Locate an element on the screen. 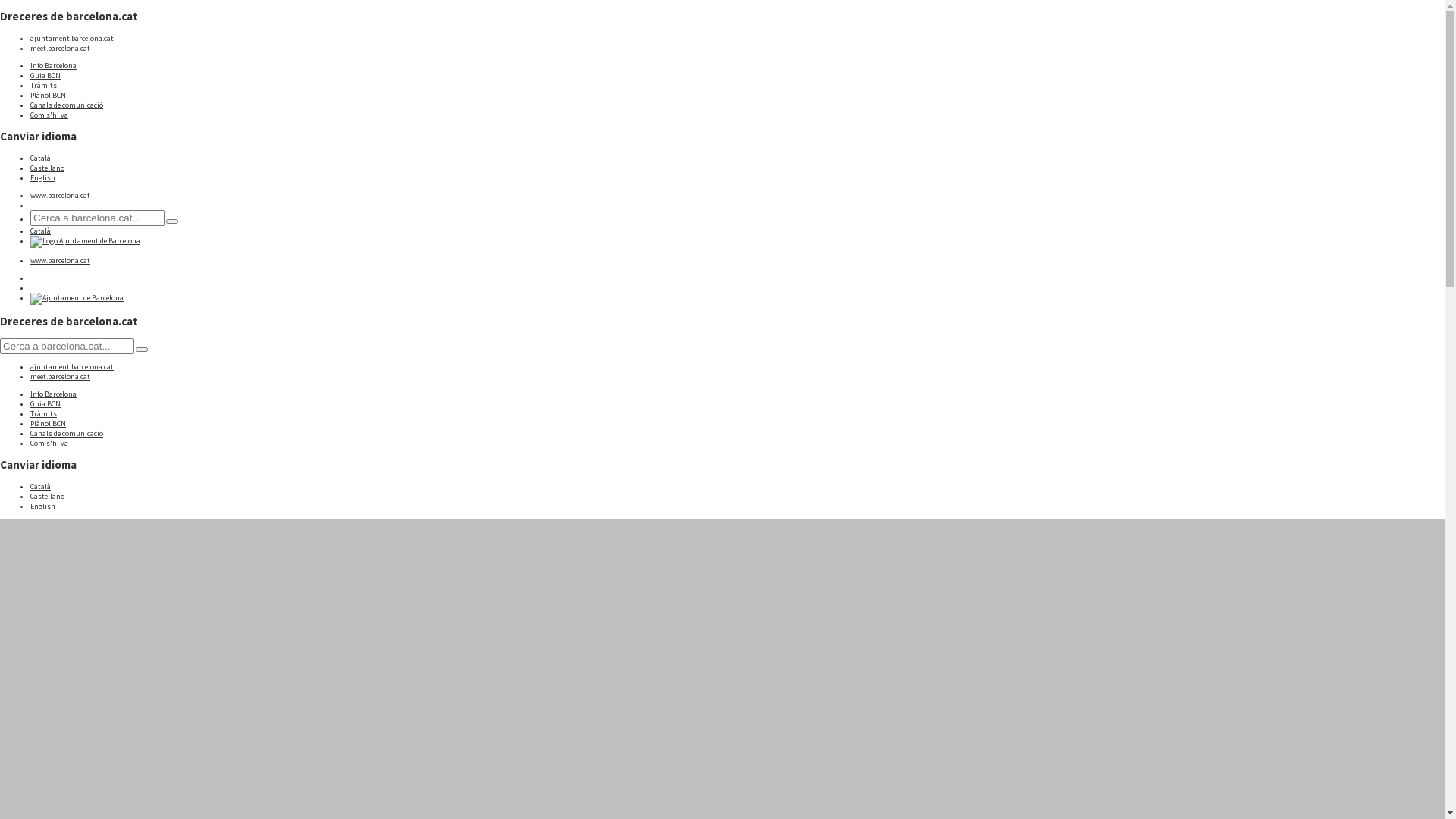 The width and height of the screenshot is (1456, 819). 'English' is located at coordinates (42, 177).